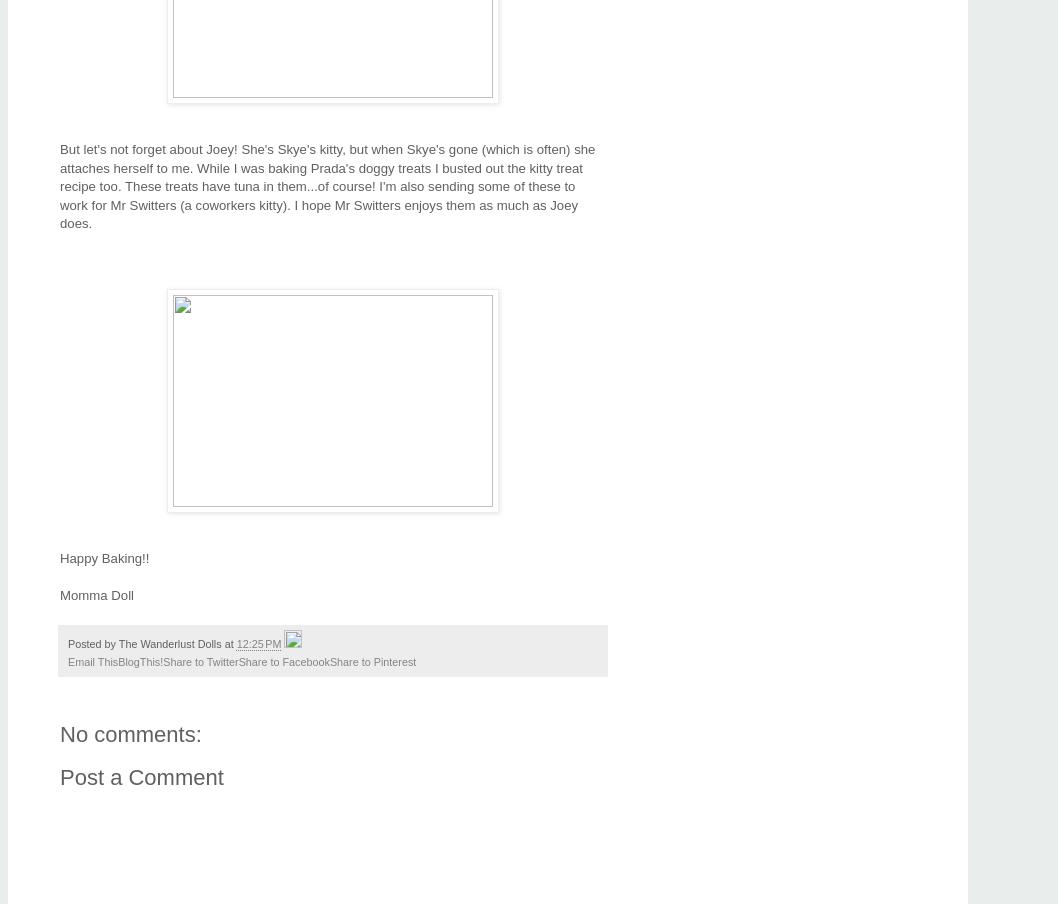  I want to click on 'But let's not forget about Joey! She's Skye's kitty, but when Skye's gone (which is often) she attaches herself to me. While I was baking Prada's doggy treats I busted out the kitty treat recipe too. These treats have tuna in them...of course! I'm also sending some of these to work for Mr Switters (a coworkers kitty). I hope Mr Switters enjoys them as much as Joey does.', so click(59, 186).